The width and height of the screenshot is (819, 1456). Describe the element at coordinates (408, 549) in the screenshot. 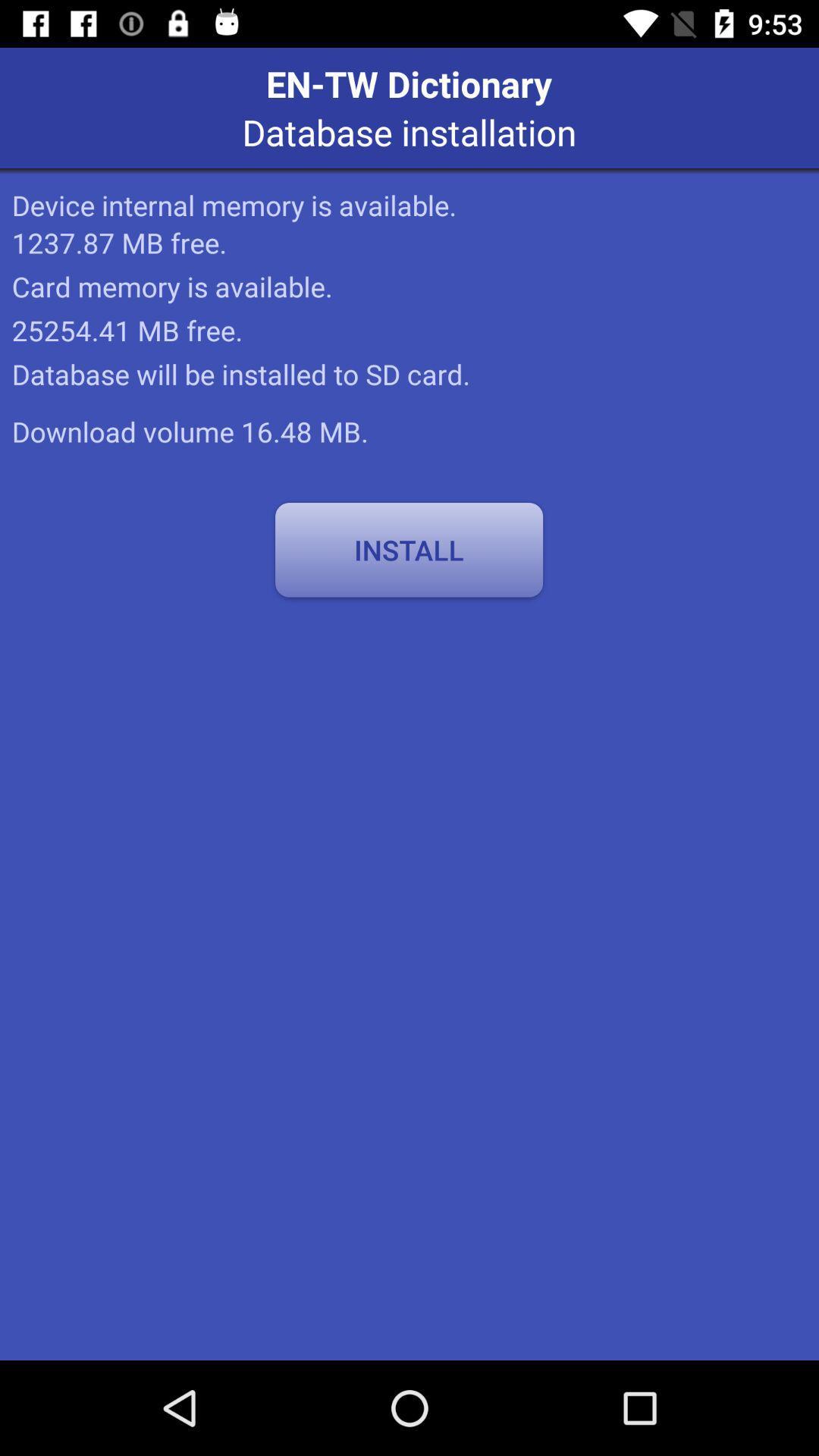

I see `the item below download volume 16 icon` at that location.